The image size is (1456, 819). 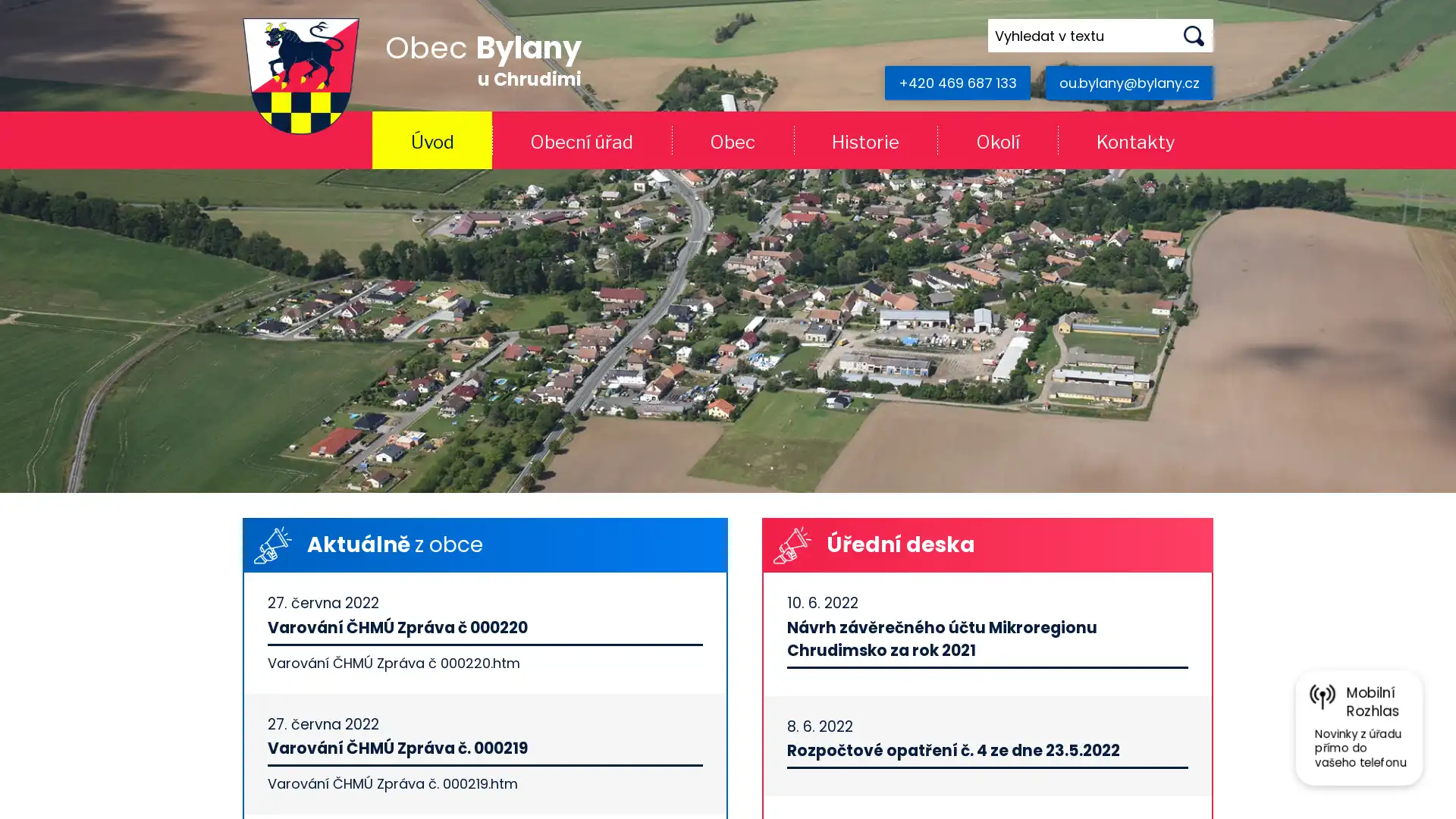 I want to click on Hledat, so click(x=1193, y=34).